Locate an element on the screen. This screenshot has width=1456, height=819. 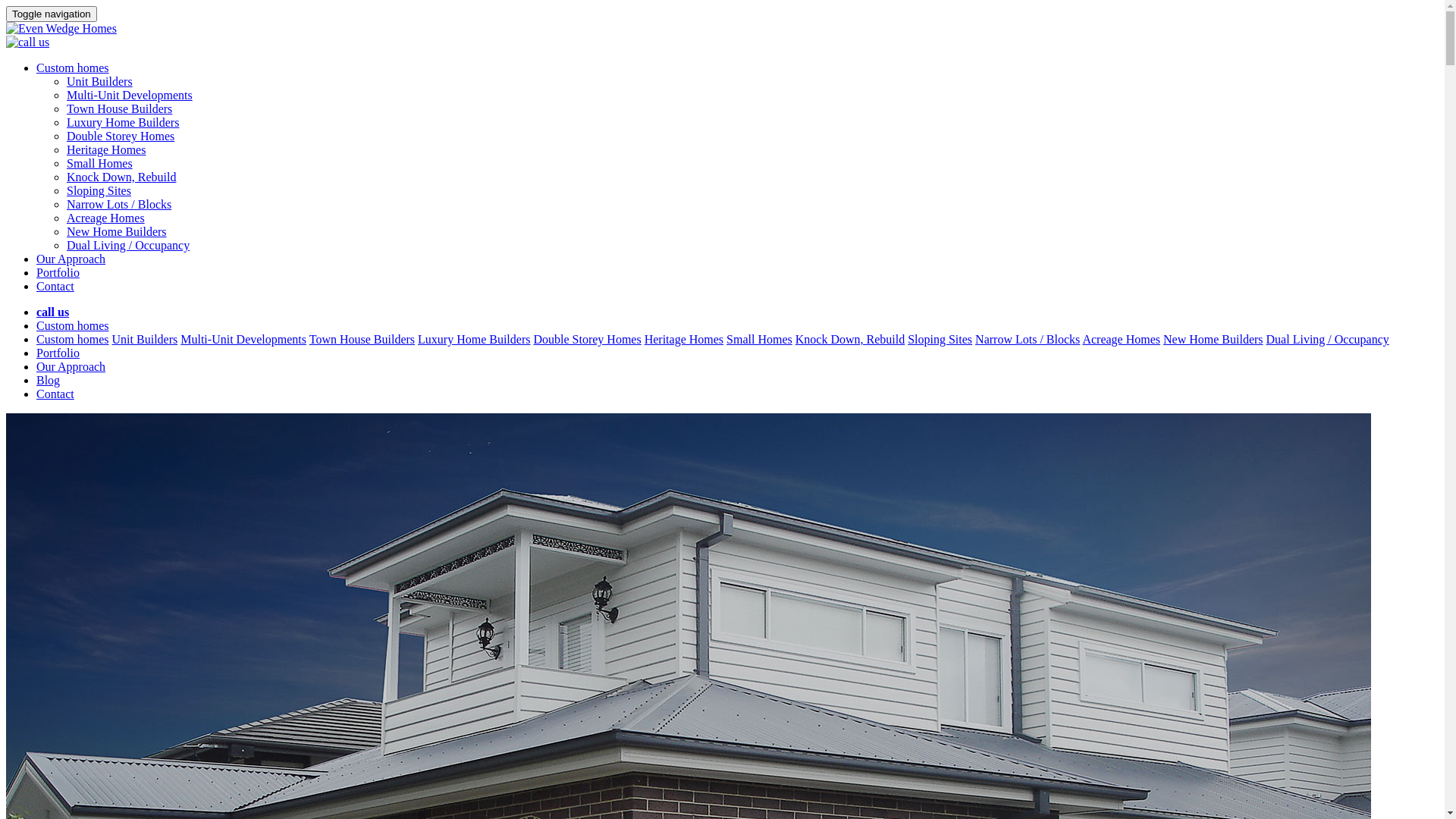
'Portfolio' is located at coordinates (58, 353).